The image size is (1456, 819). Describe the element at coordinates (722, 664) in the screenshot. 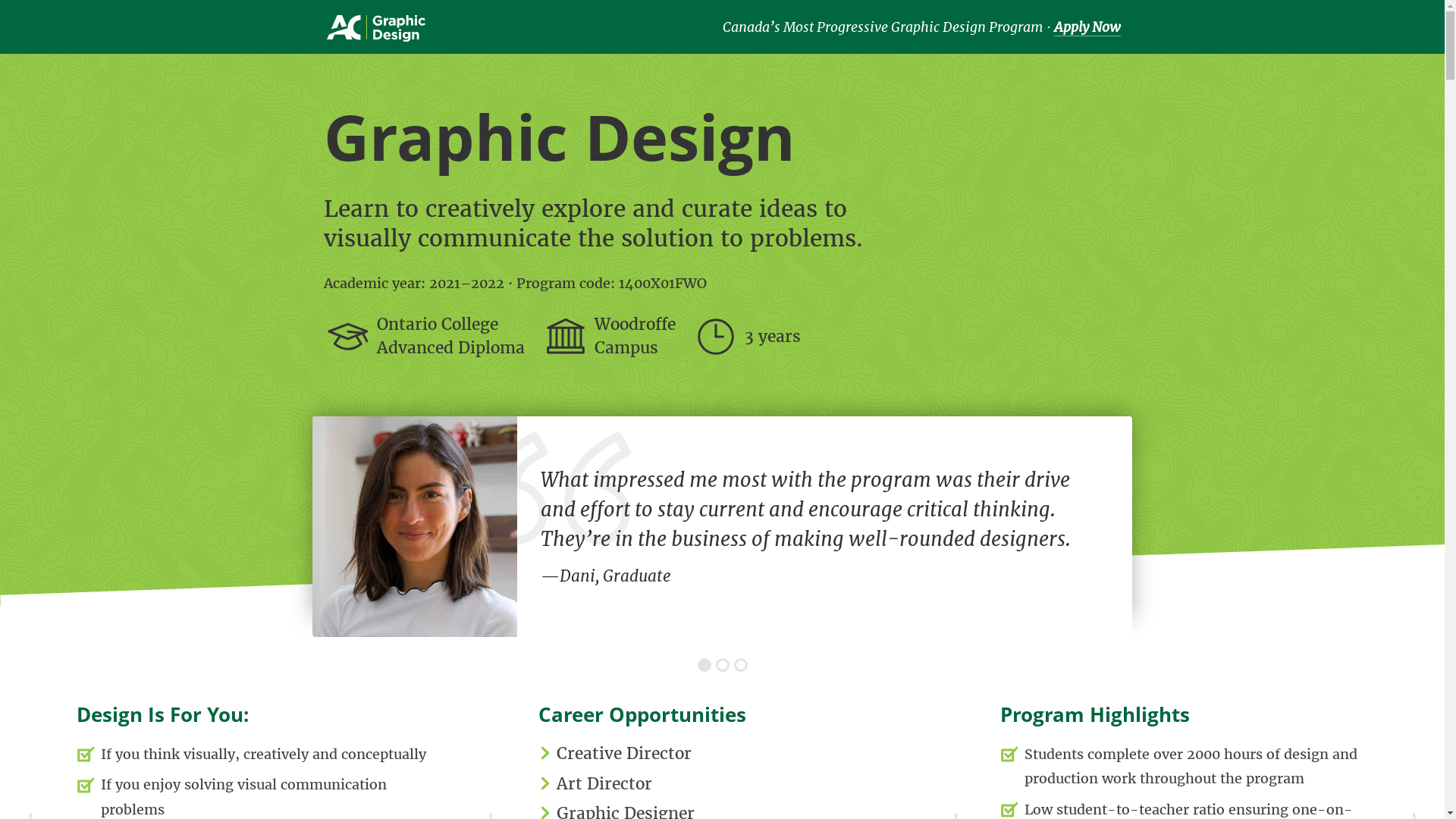

I see `'Show second testimonial'` at that location.